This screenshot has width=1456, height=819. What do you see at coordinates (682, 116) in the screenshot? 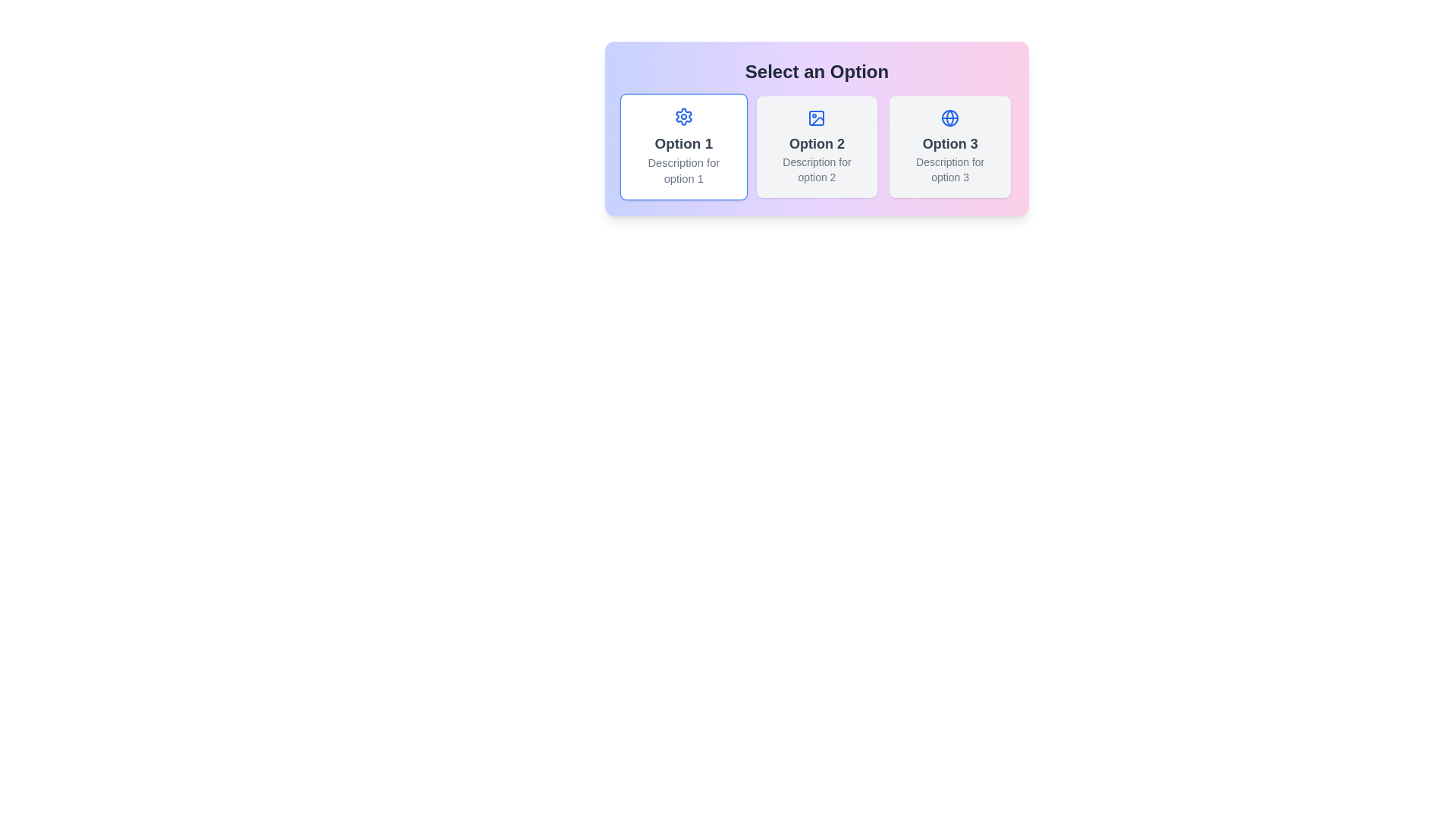
I see `the graphical icon within the first option card, which indicates a settings or configuration choice, to interact with the option card it belongs to` at bounding box center [682, 116].